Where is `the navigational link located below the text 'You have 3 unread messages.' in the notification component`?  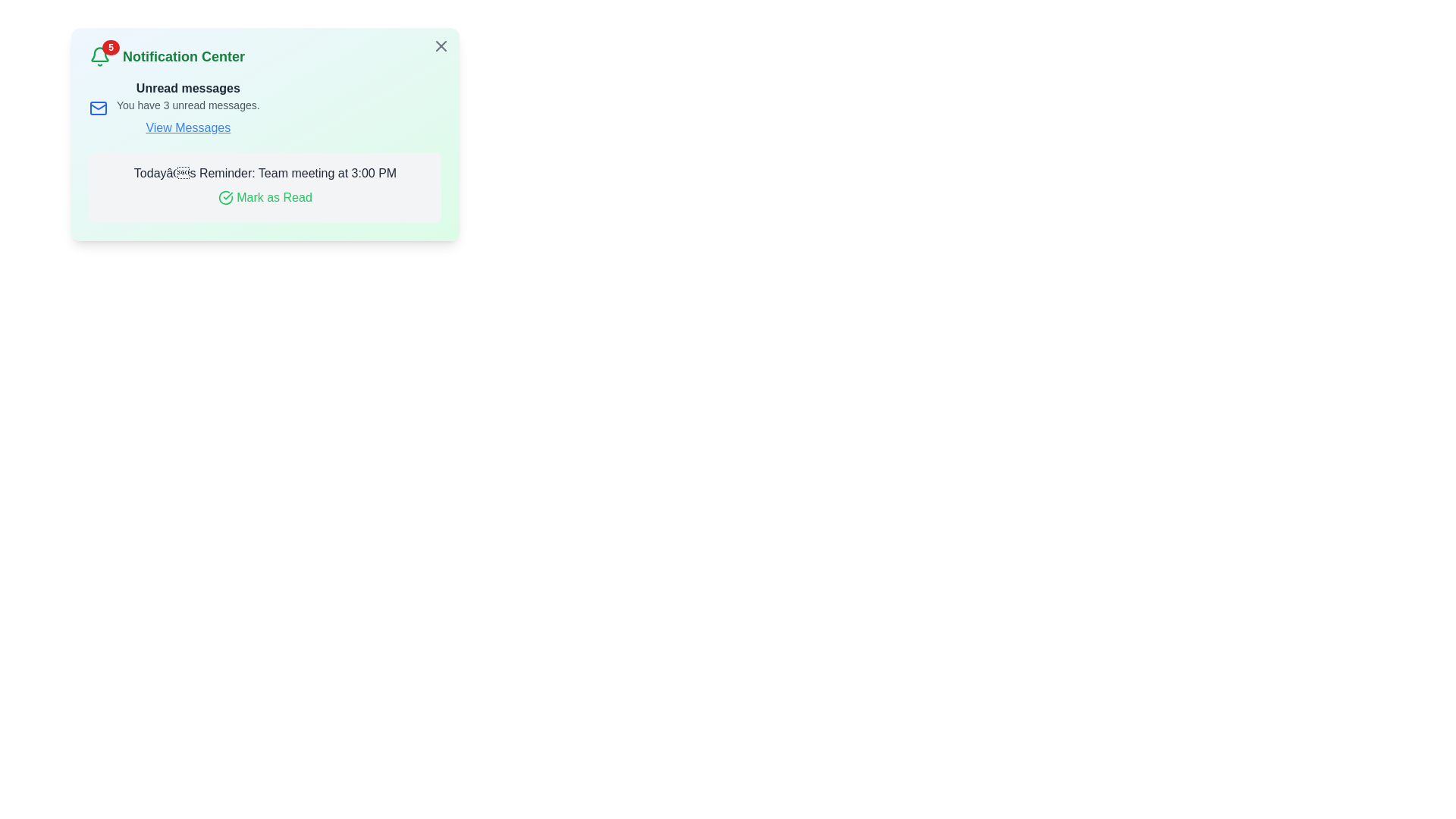
the navigational link located below the text 'You have 3 unread messages.' in the notification component is located at coordinates (187, 127).